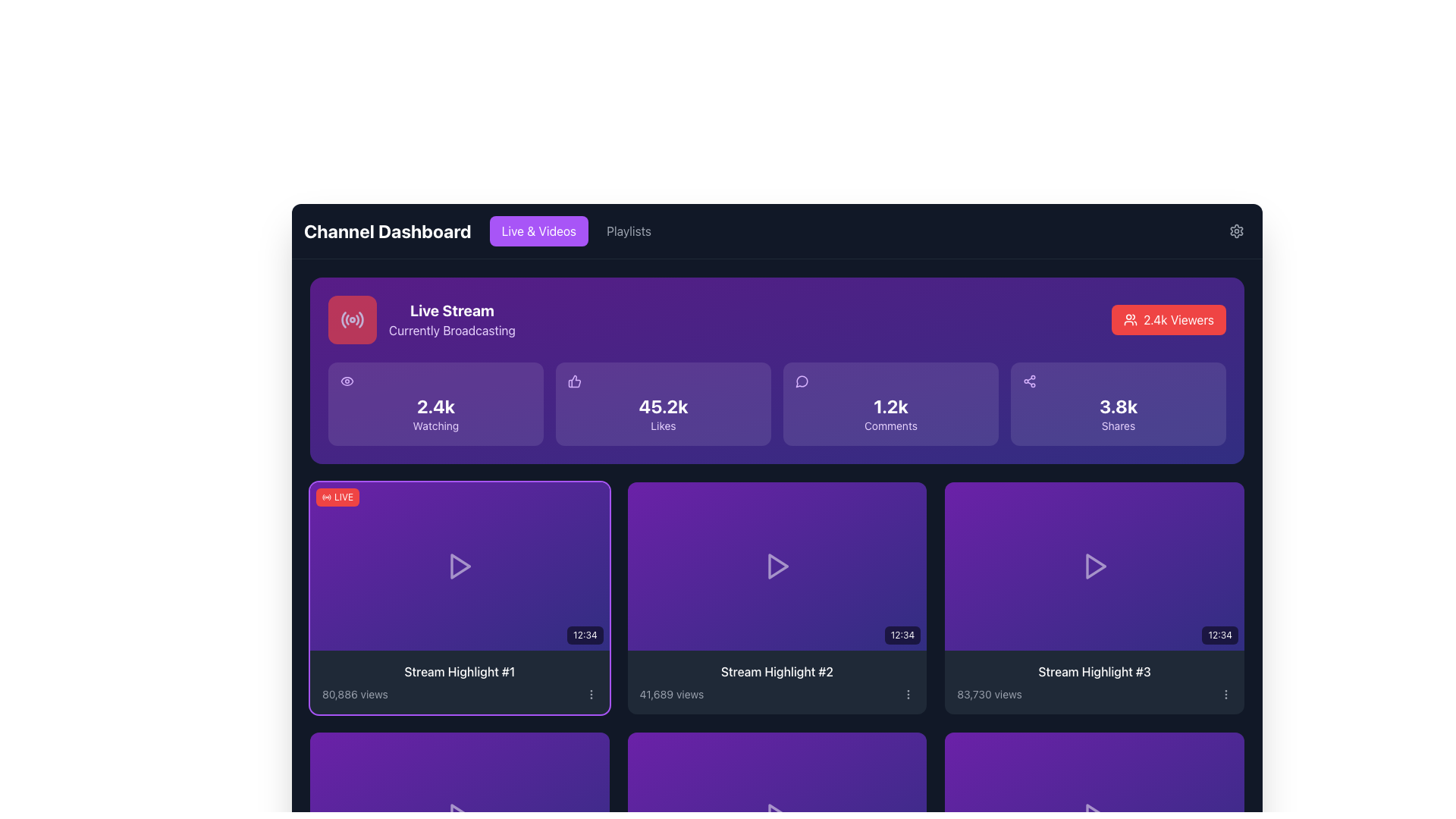  What do you see at coordinates (1237, 231) in the screenshot?
I see `the settings icon located` at bounding box center [1237, 231].